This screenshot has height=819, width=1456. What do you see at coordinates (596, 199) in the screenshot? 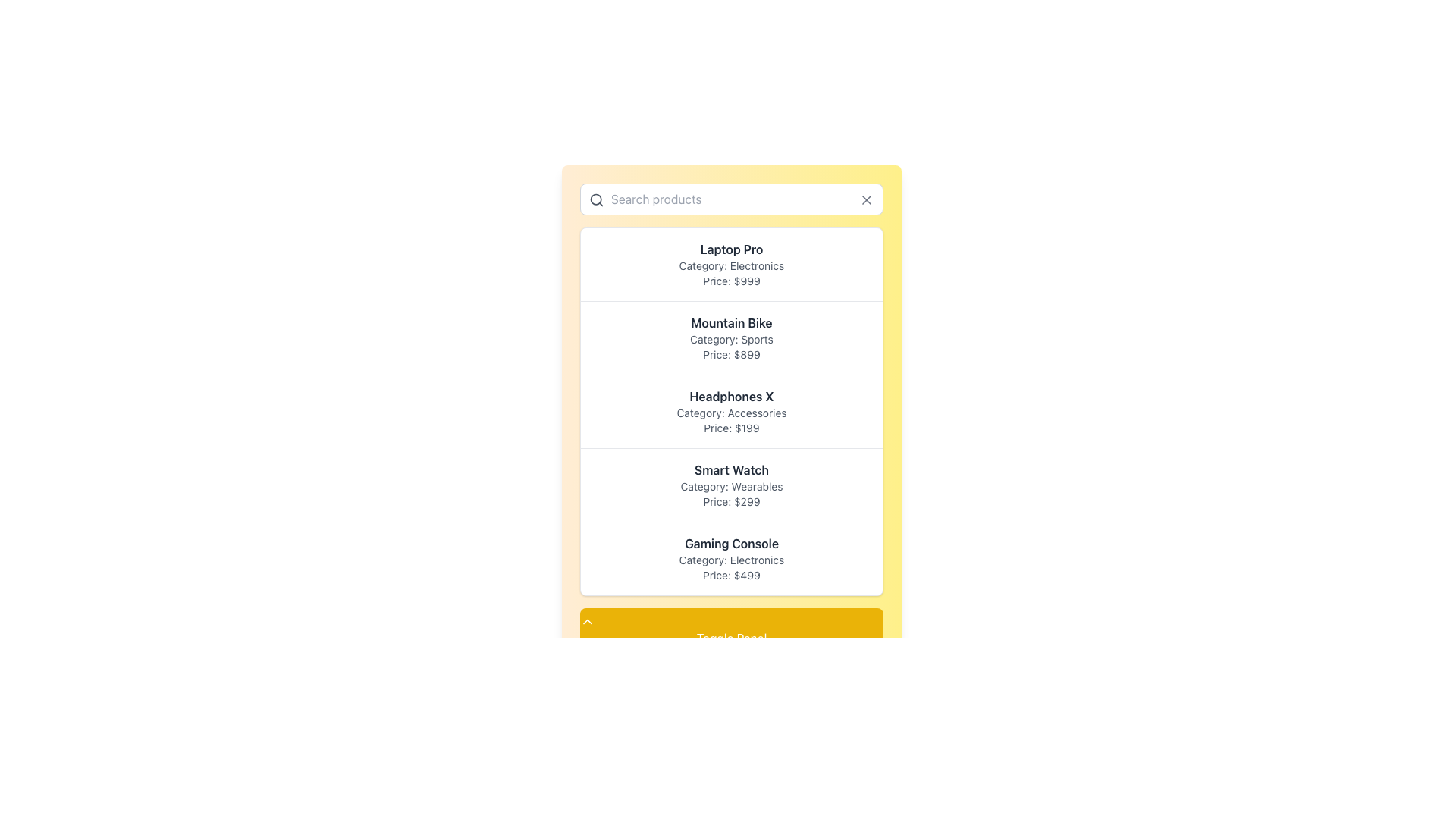
I see `the decorative search icon located at the top-left corner of the search bar, which signifies the search functionality of the input field` at bounding box center [596, 199].